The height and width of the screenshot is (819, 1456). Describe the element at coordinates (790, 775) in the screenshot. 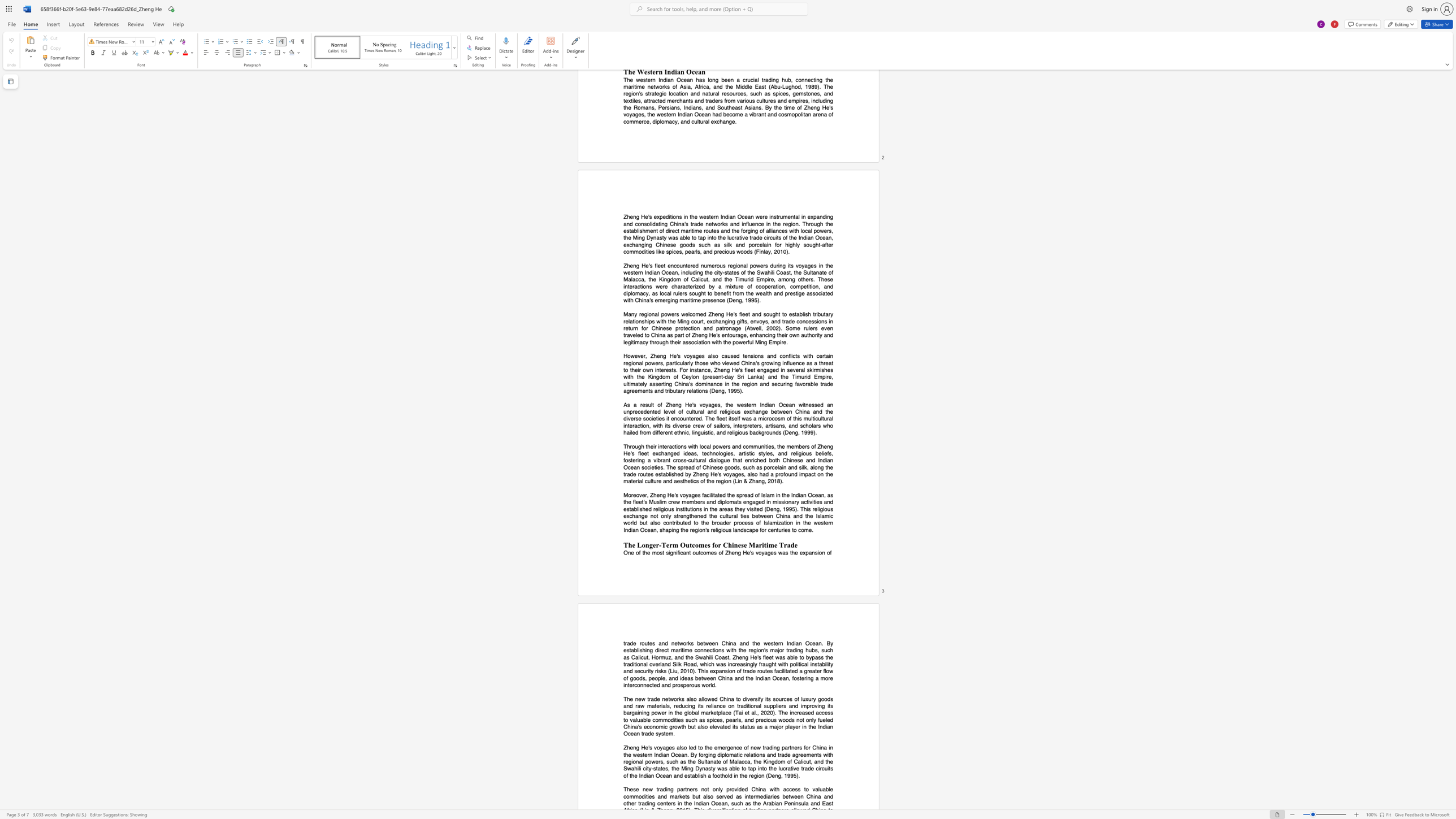

I see `the space between the continuous character "9" and "9" in the text` at that location.